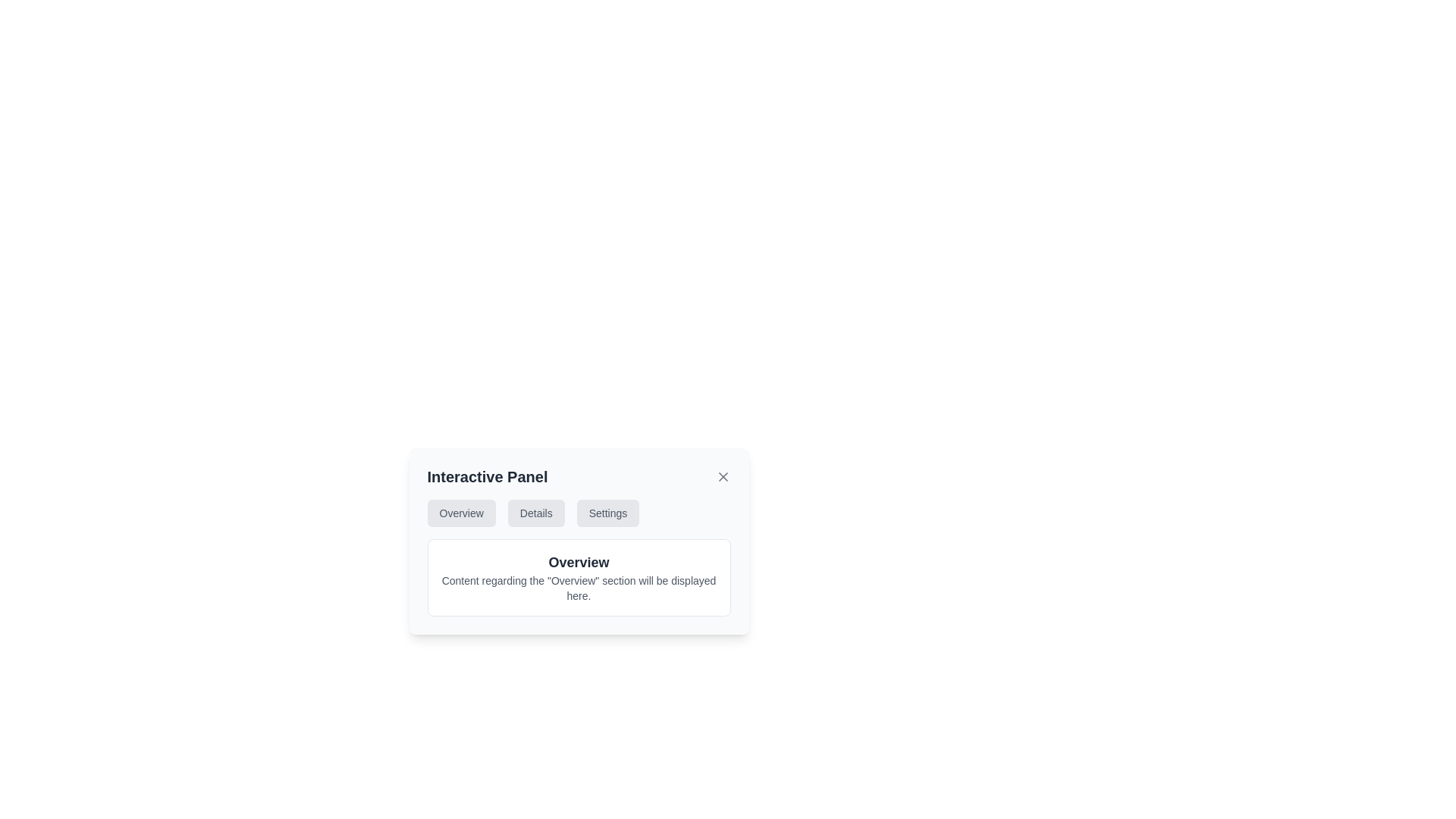 The width and height of the screenshot is (1456, 819). I want to click on the gray 'X' close button located at the top-right corner of the 'Interactive Panel' to change its color, so click(722, 475).